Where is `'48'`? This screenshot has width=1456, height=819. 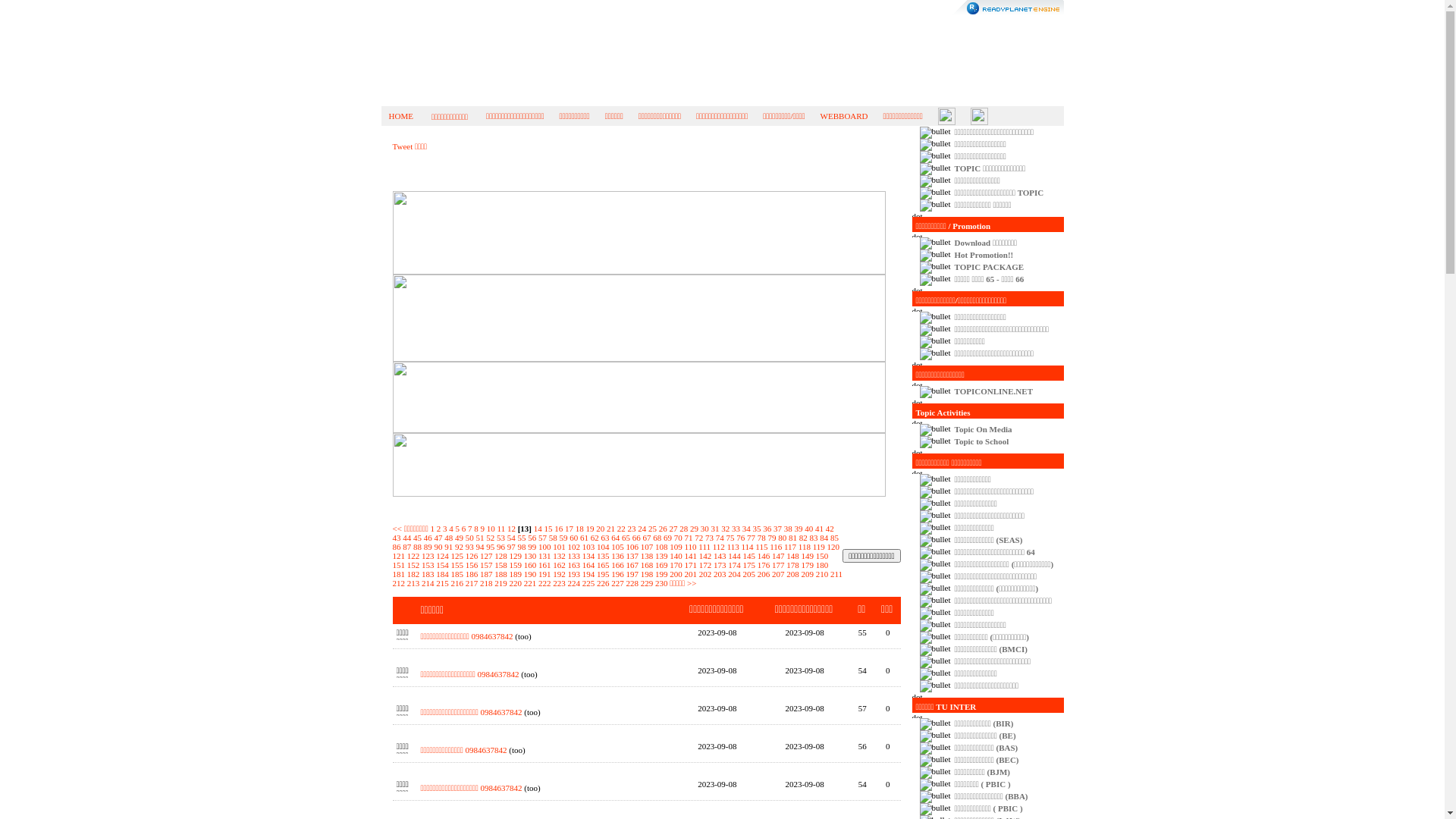 '48' is located at coordinates (447, 537).